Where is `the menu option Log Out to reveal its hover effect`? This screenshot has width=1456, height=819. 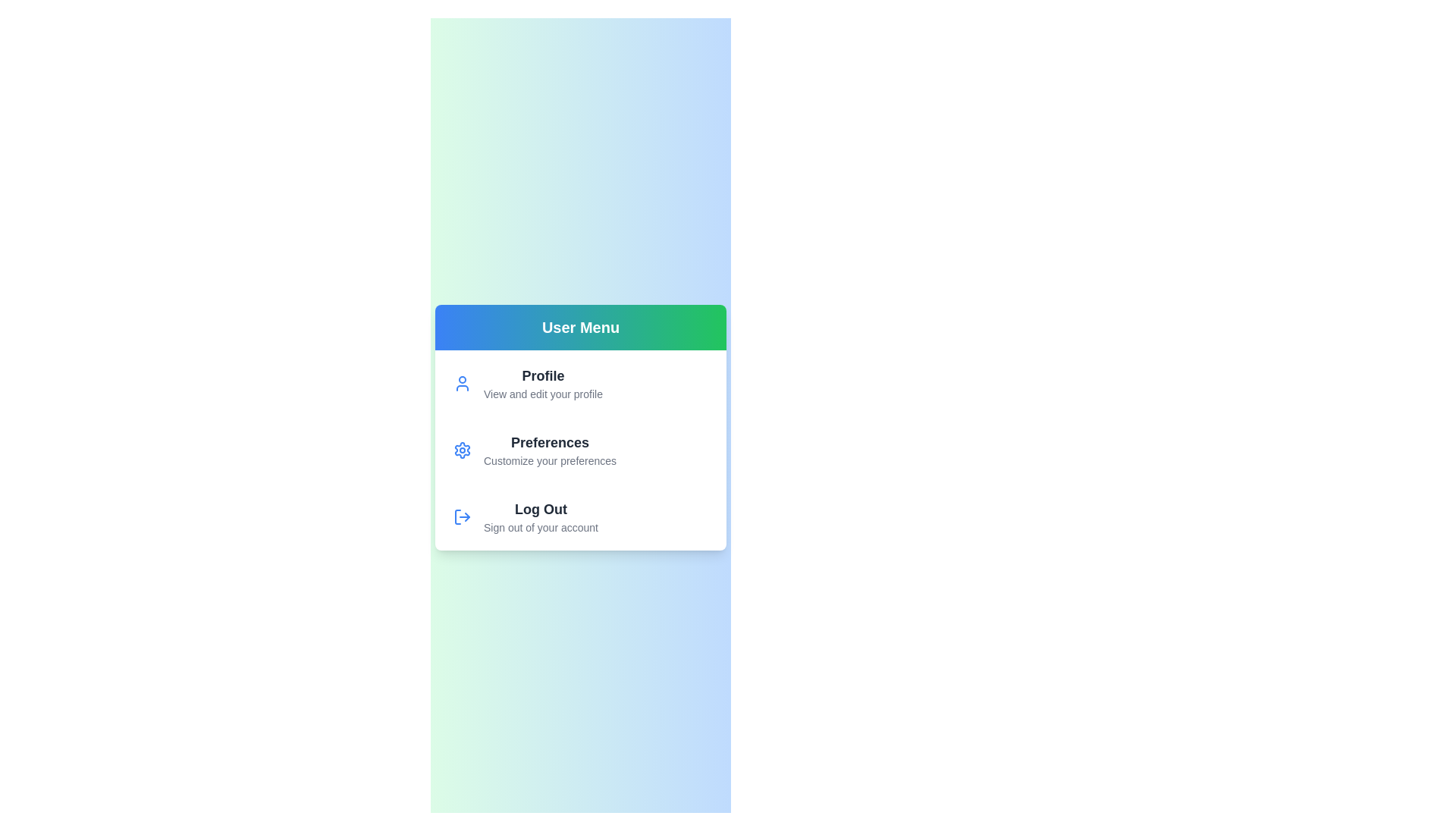
the menu option Log Out to reveal its hover effect is located at coordinates (542, 516).